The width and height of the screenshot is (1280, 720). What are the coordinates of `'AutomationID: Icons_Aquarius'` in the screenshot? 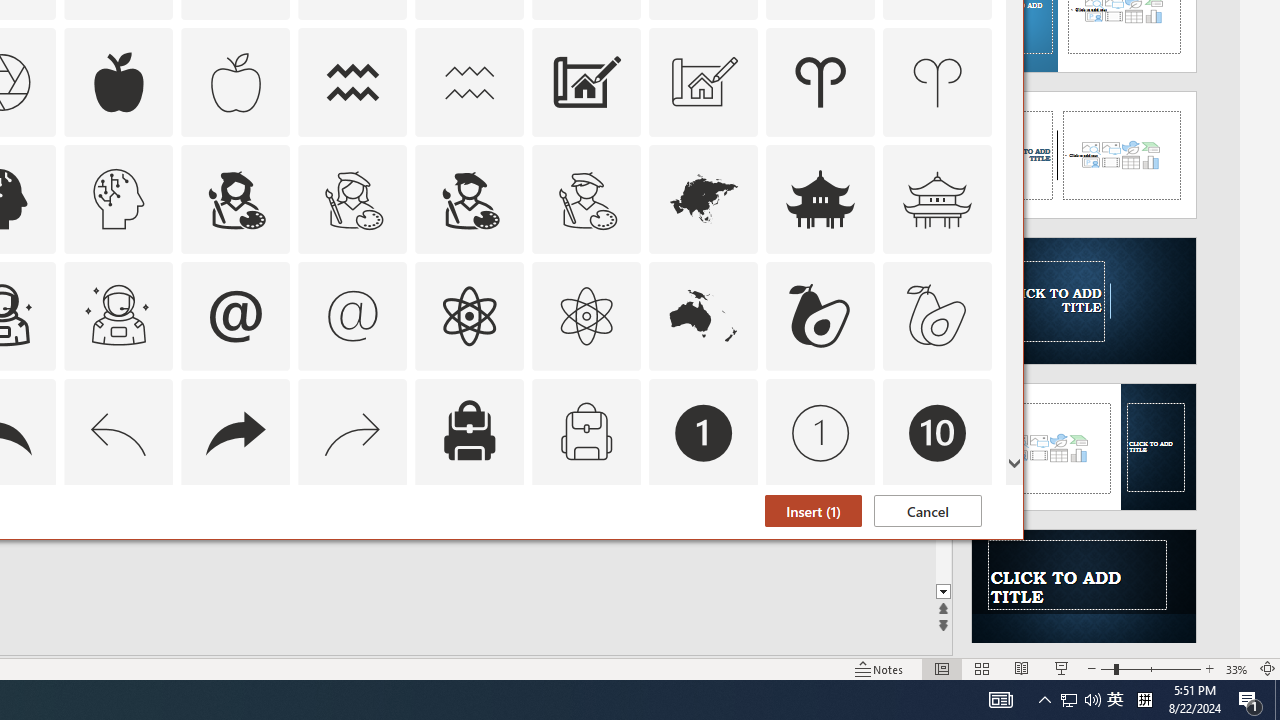 It's located at (353, 81).